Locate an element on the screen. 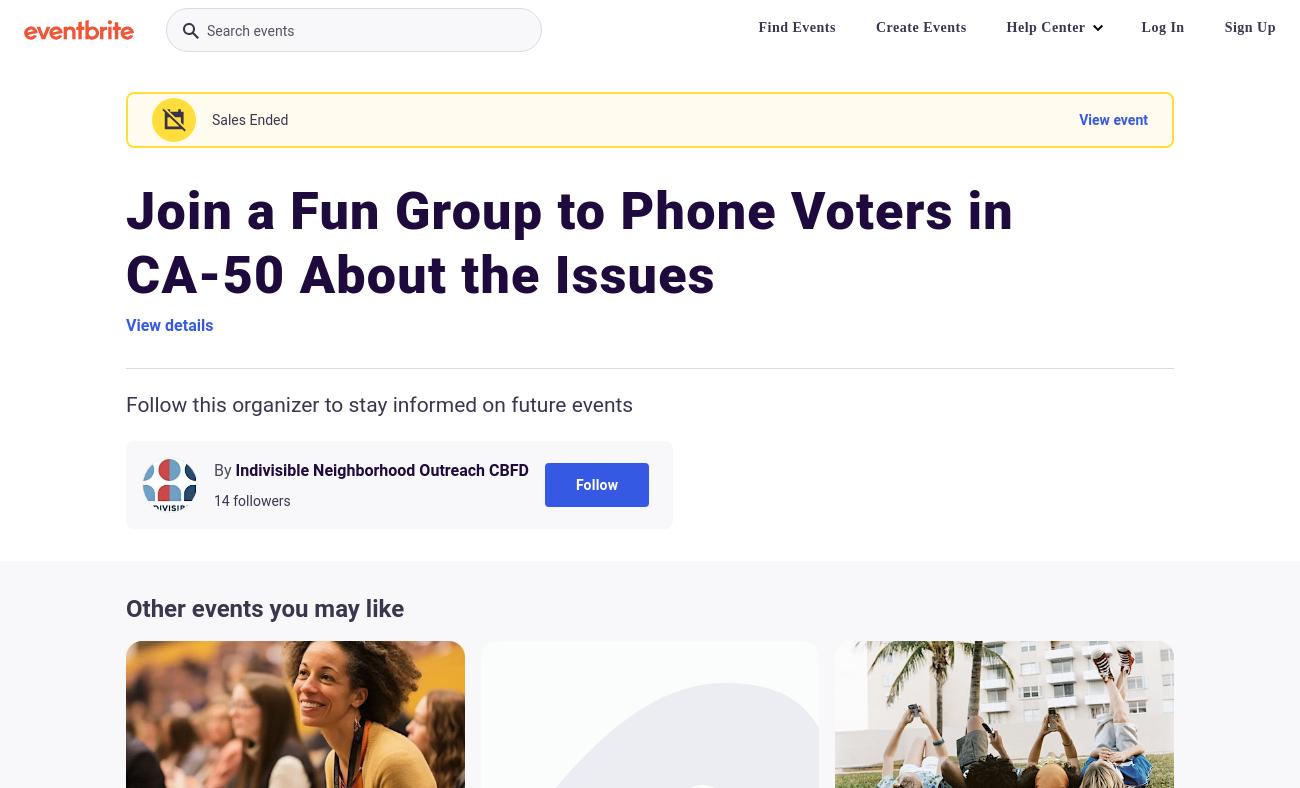  'Sales Ended' is located at coordinates (248, 120).